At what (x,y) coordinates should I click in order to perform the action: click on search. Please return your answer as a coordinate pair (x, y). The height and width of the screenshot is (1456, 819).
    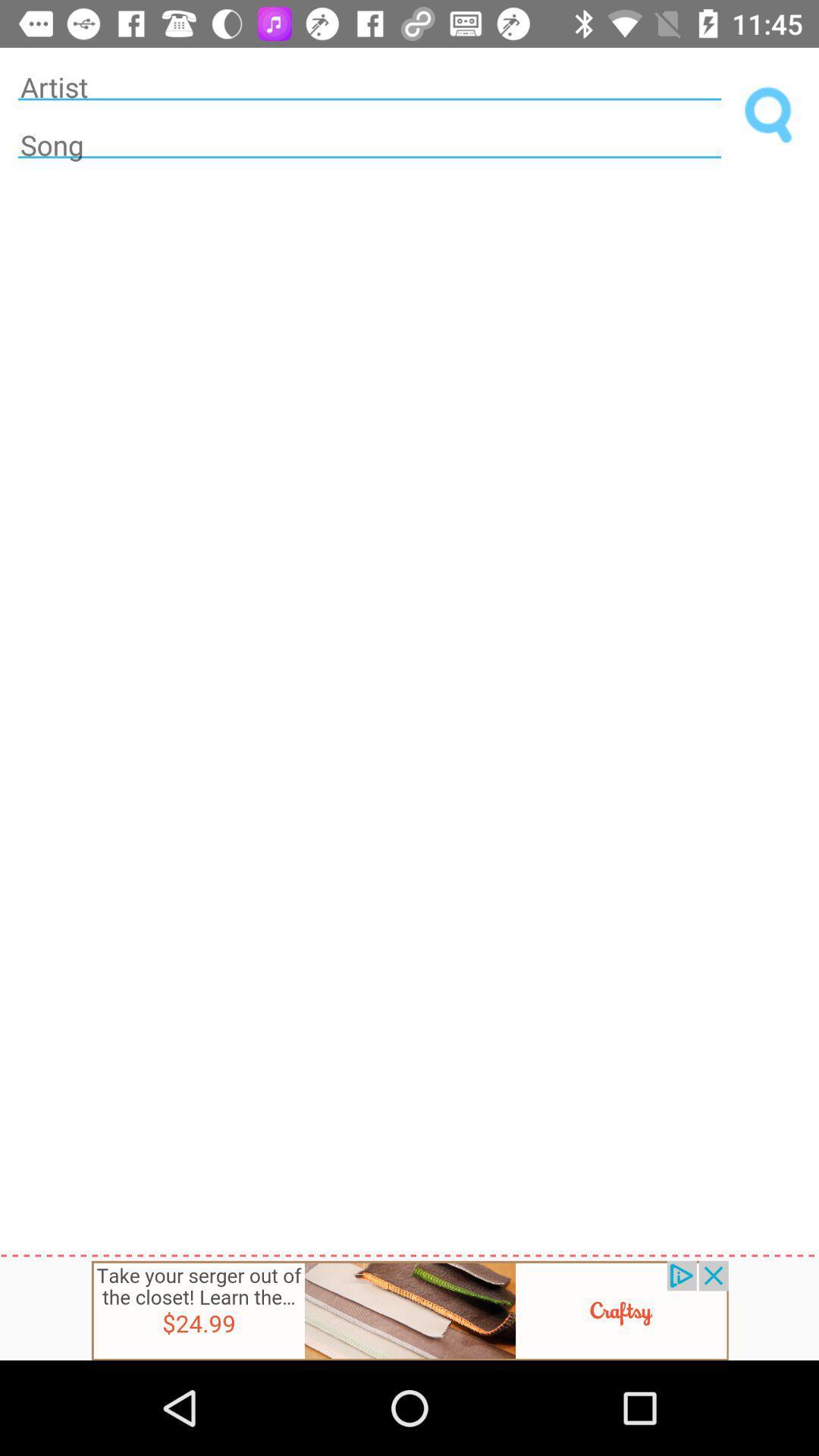
    Looking at the image, I should click on (769, 115).